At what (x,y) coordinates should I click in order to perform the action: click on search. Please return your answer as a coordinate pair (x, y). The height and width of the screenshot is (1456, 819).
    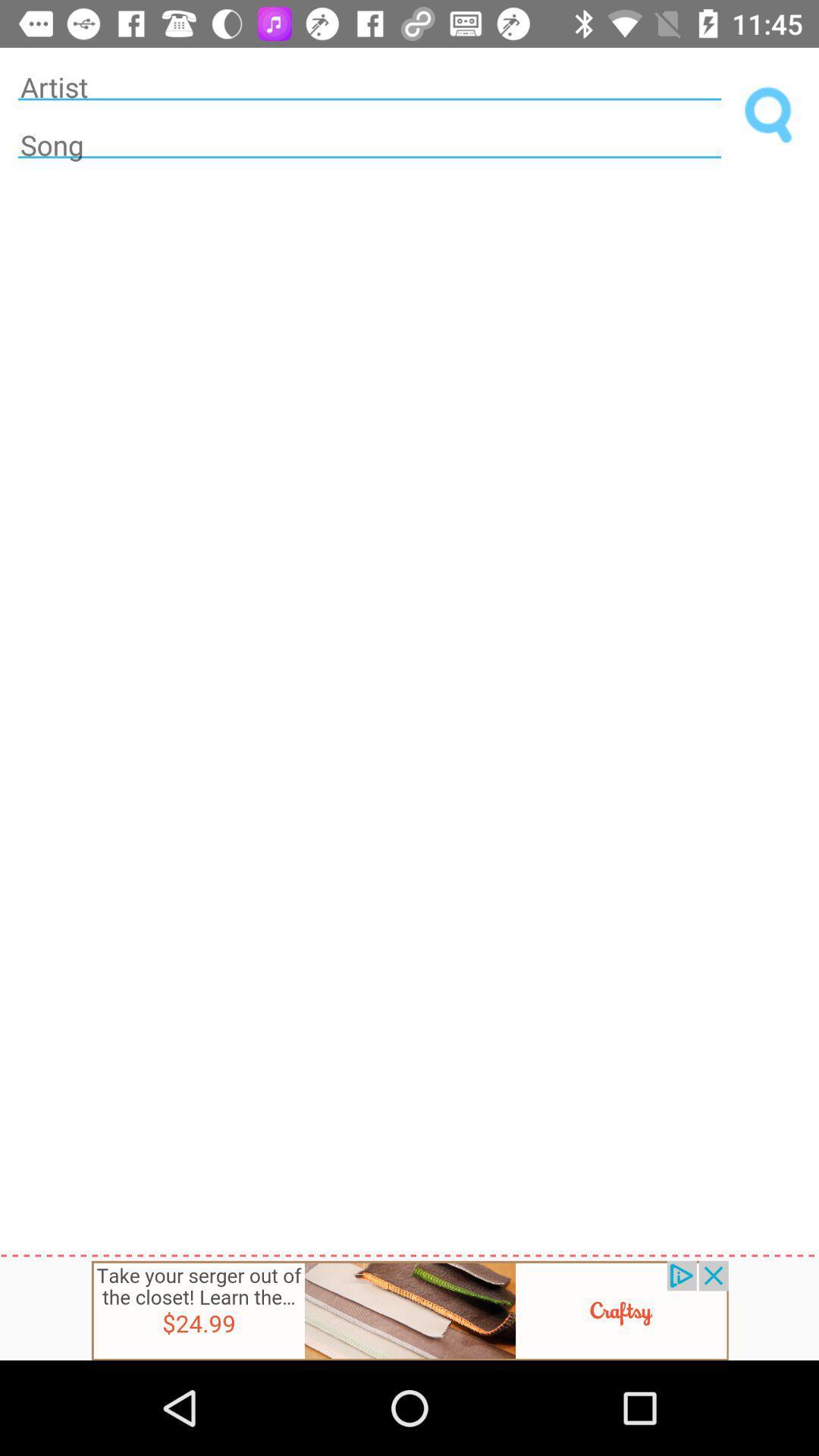
    Looking at the image, I should click on (769, 115).